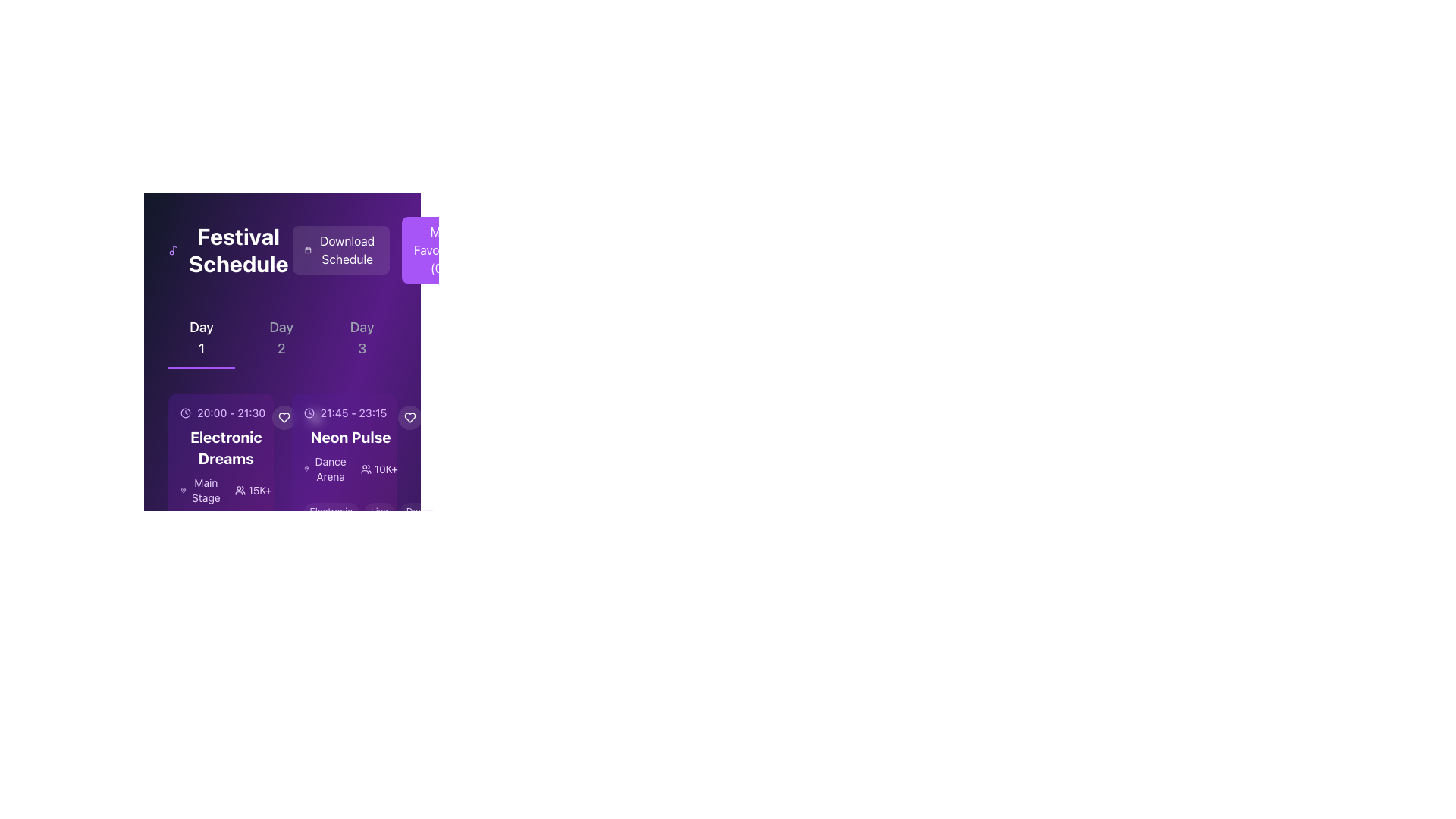  Describe the element at coordinates (225, 455) in the screenshot. I see `the first event information card in the 'Day 1' section of the 'Festival Schedule' interface` at that location.